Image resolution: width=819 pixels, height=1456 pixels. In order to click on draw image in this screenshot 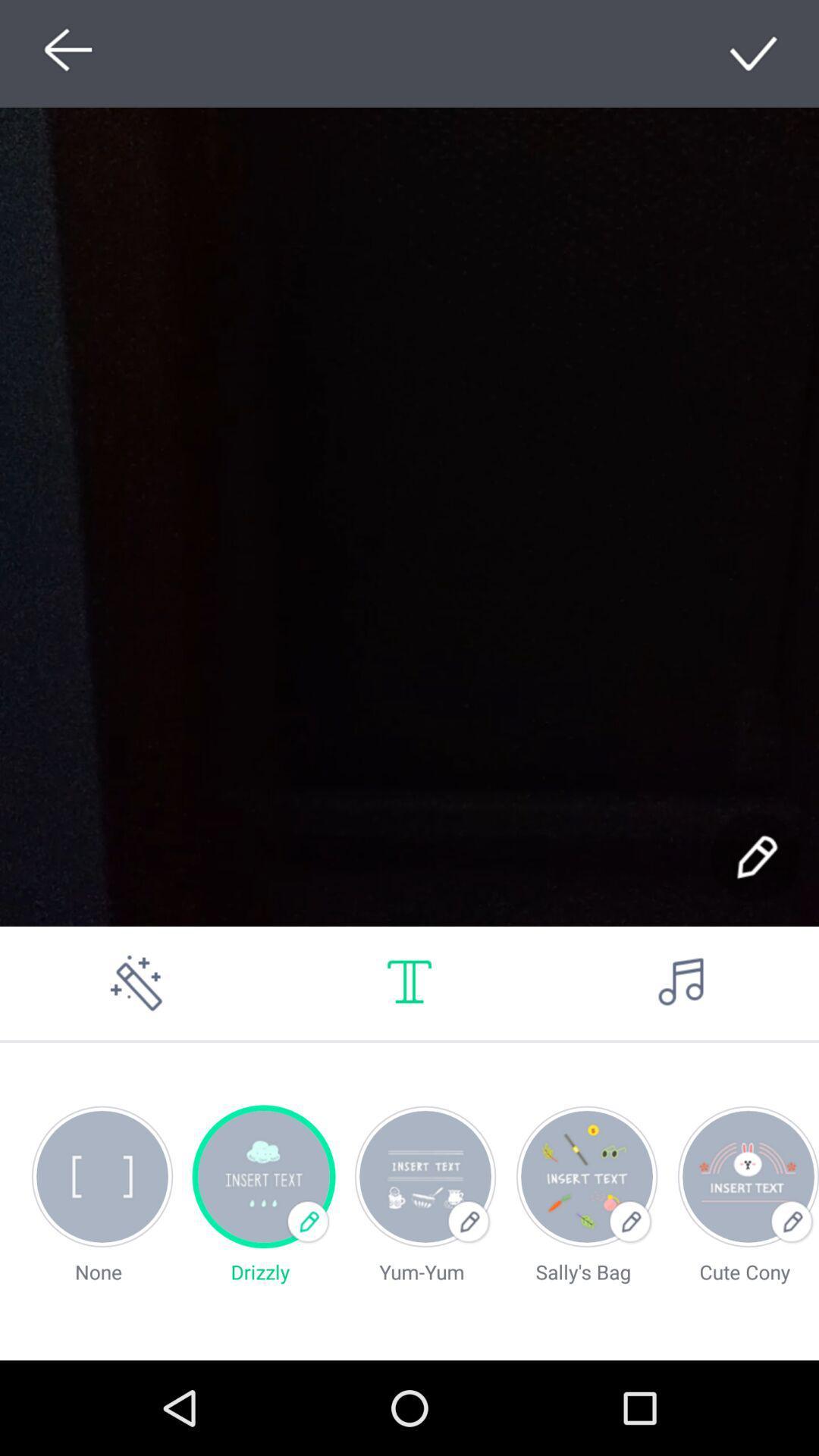, I will do `click(136, 983)`.